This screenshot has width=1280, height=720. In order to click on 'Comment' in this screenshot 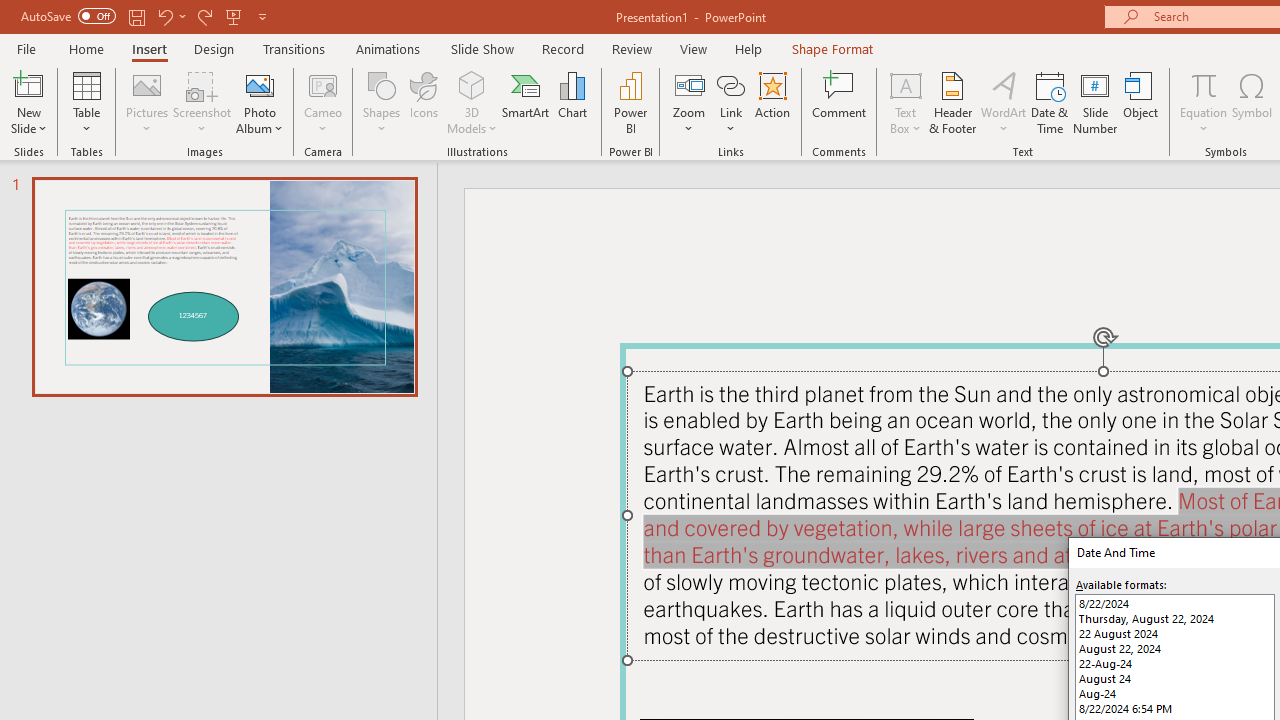, I will do `click(839, 103)`.